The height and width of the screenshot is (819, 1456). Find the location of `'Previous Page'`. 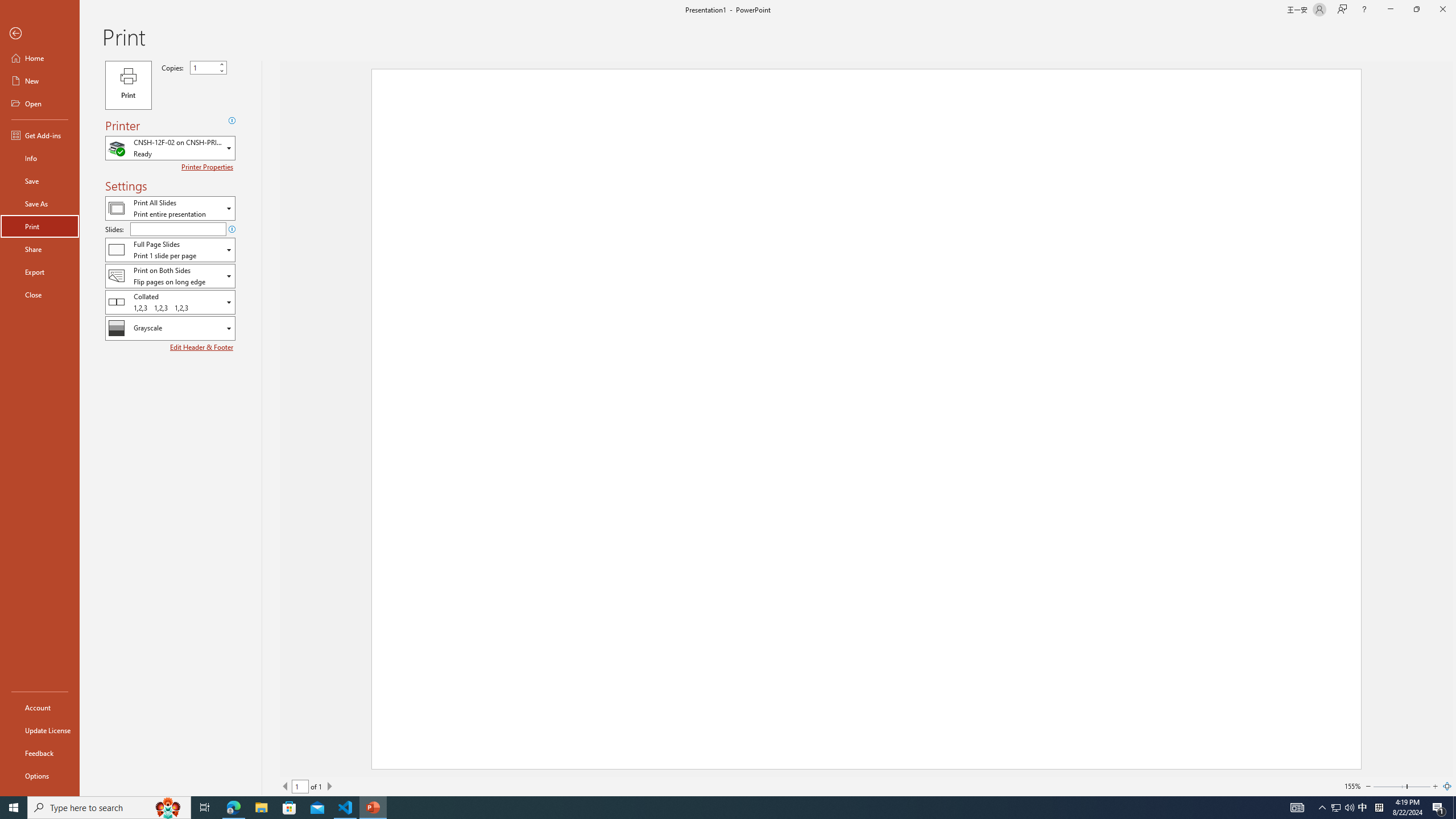

'Previous Page' is located at coordinates (285, 786).